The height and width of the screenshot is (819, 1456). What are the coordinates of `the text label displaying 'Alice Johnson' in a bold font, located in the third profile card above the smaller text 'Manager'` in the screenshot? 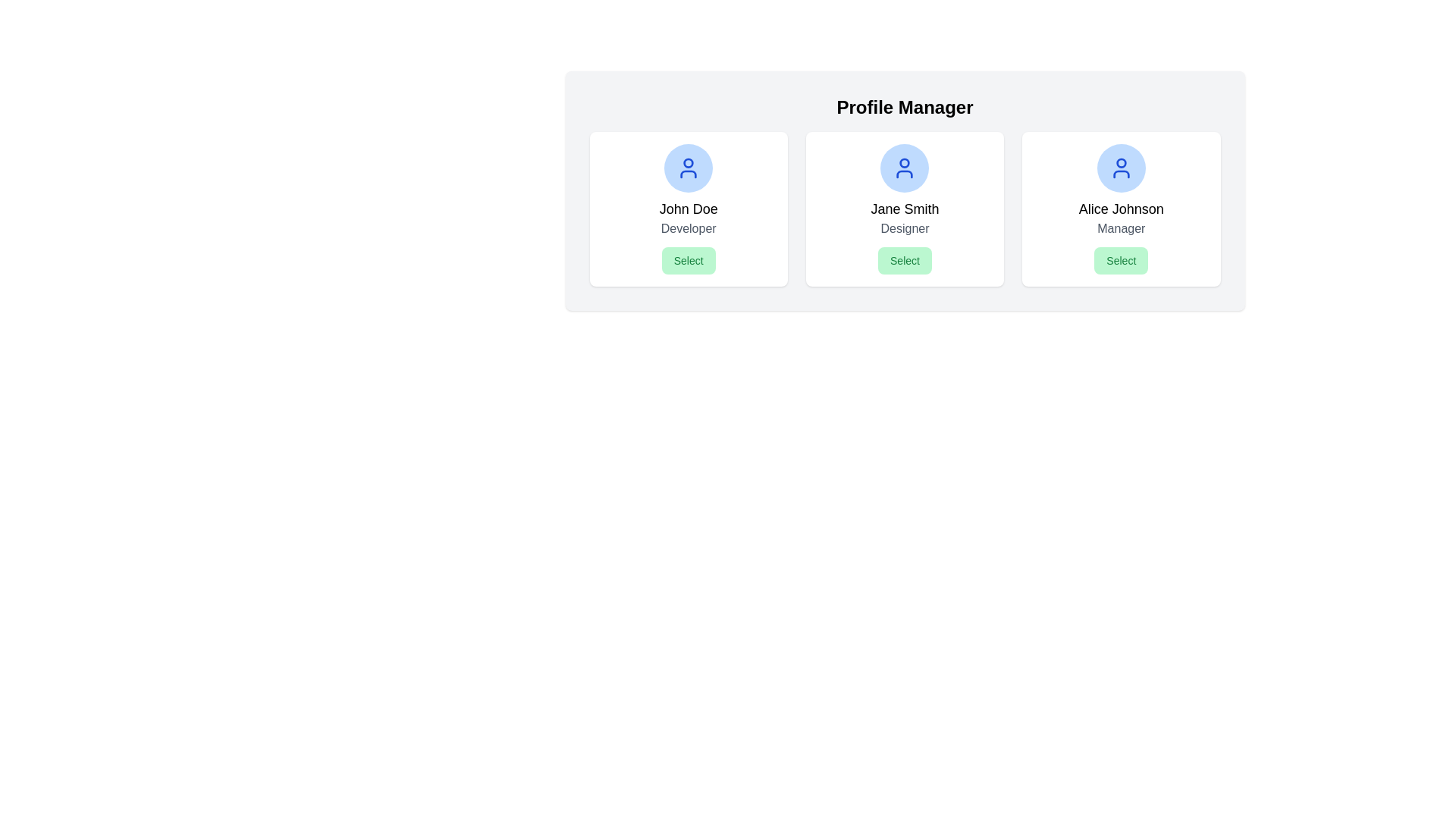 It's located at (1121, 209).